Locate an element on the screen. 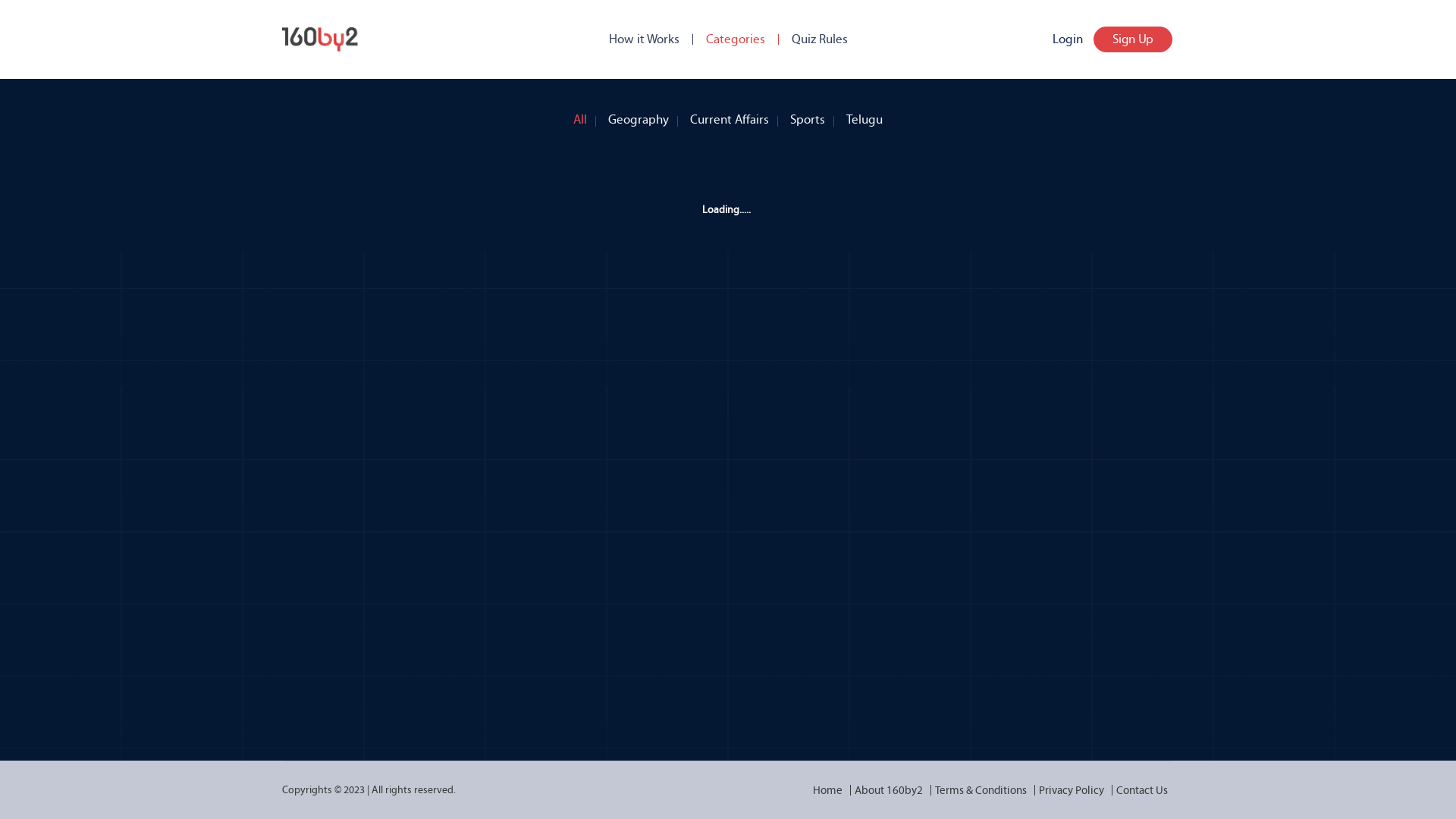  'How it Works' is located at coordinates (643, 38).